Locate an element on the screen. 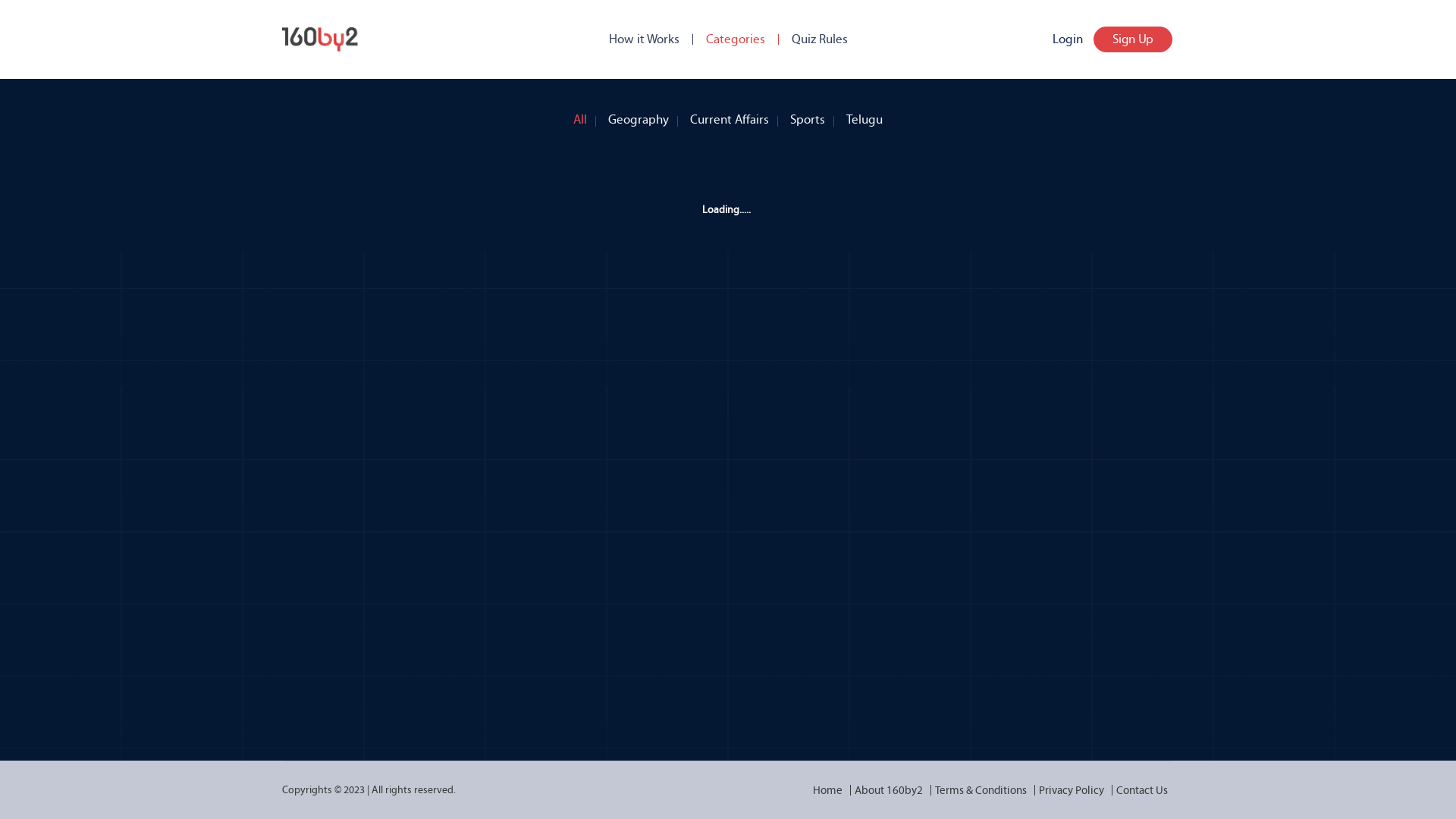  'How it Works' is located at coordinates (643, 38).